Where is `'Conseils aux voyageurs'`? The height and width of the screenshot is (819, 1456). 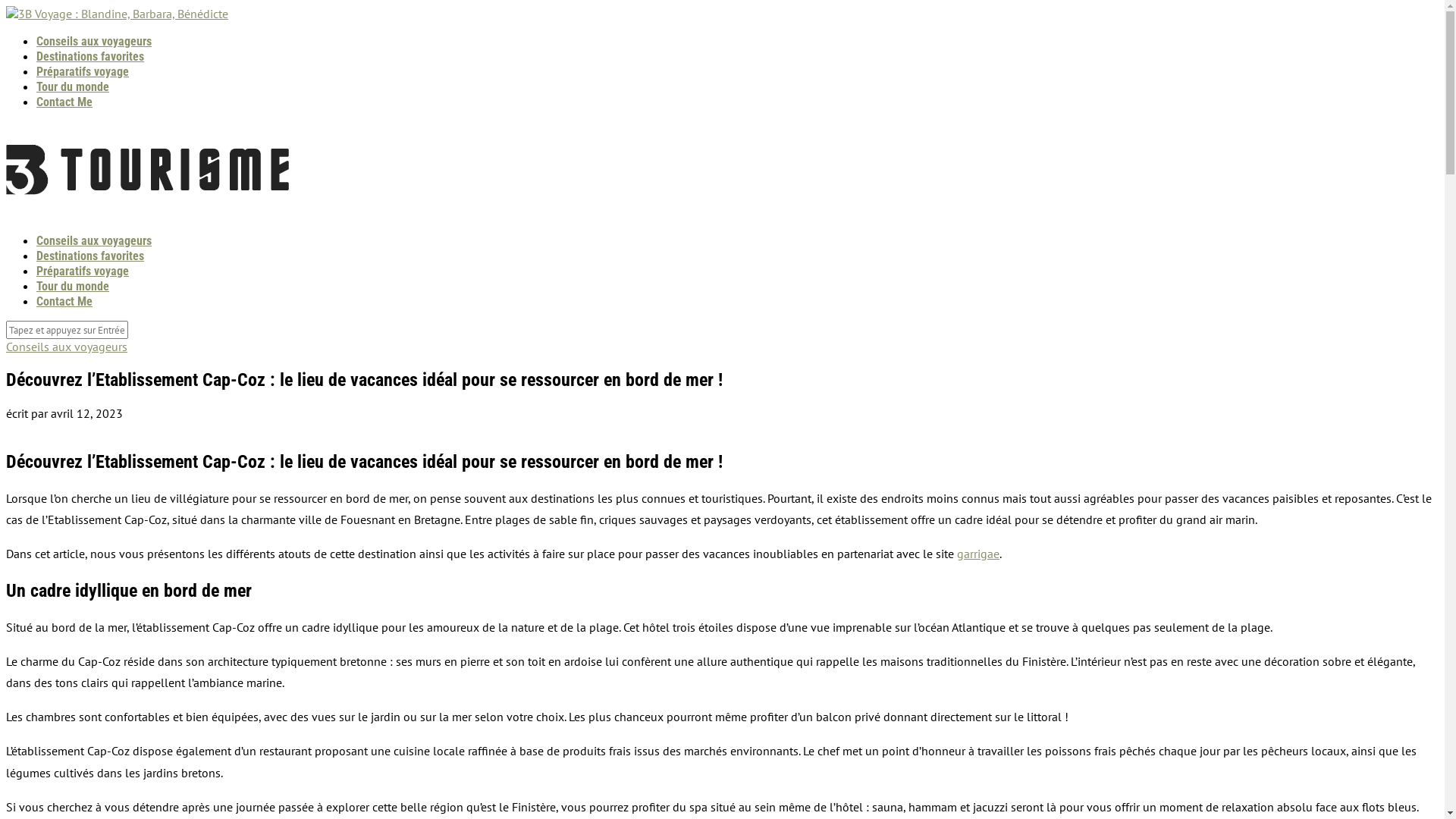
'Conseils aux voyageurs' is located at coordinates (93, 40).